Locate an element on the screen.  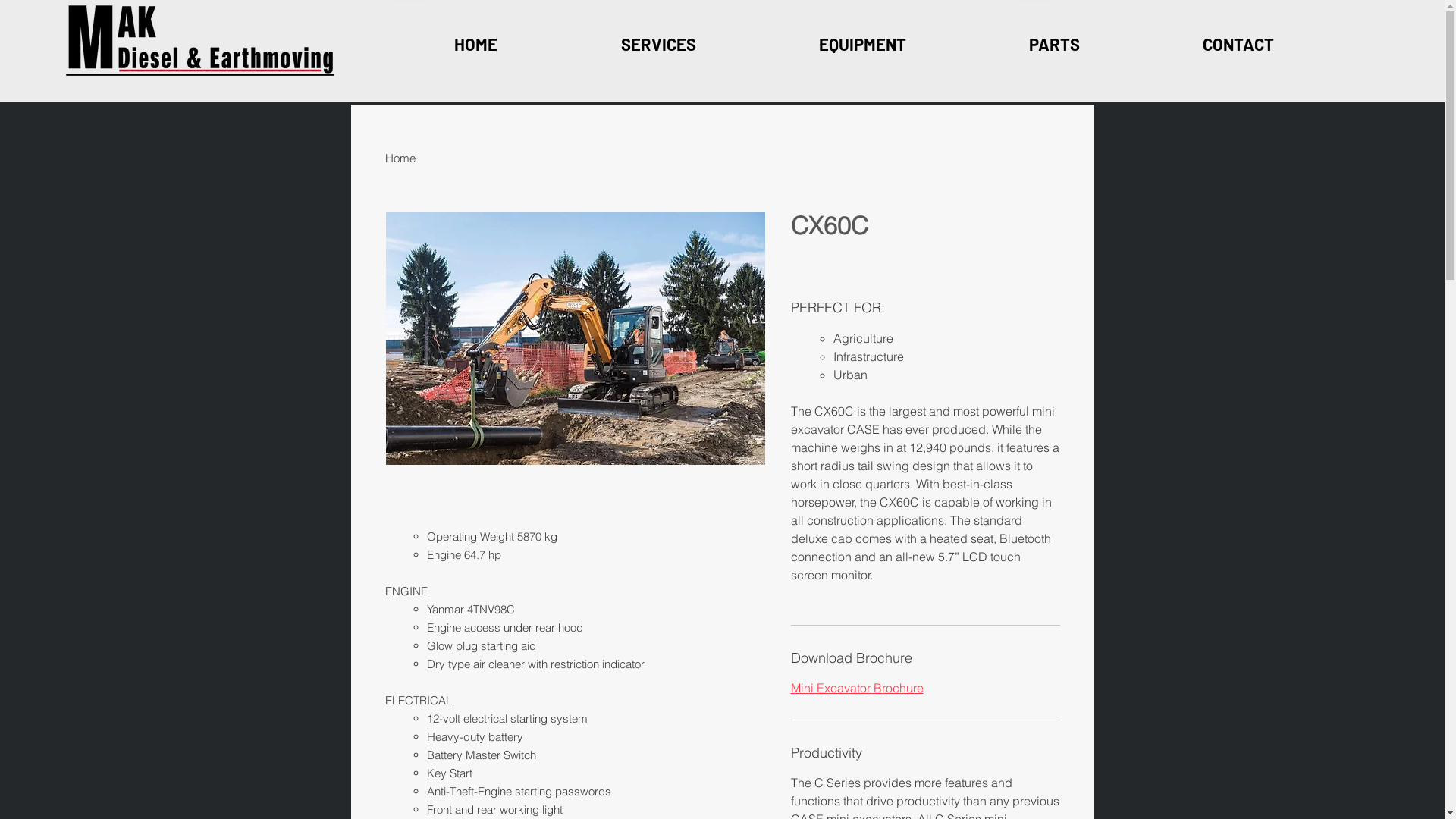
'SERVICES' is located at coordinates (658, 43).